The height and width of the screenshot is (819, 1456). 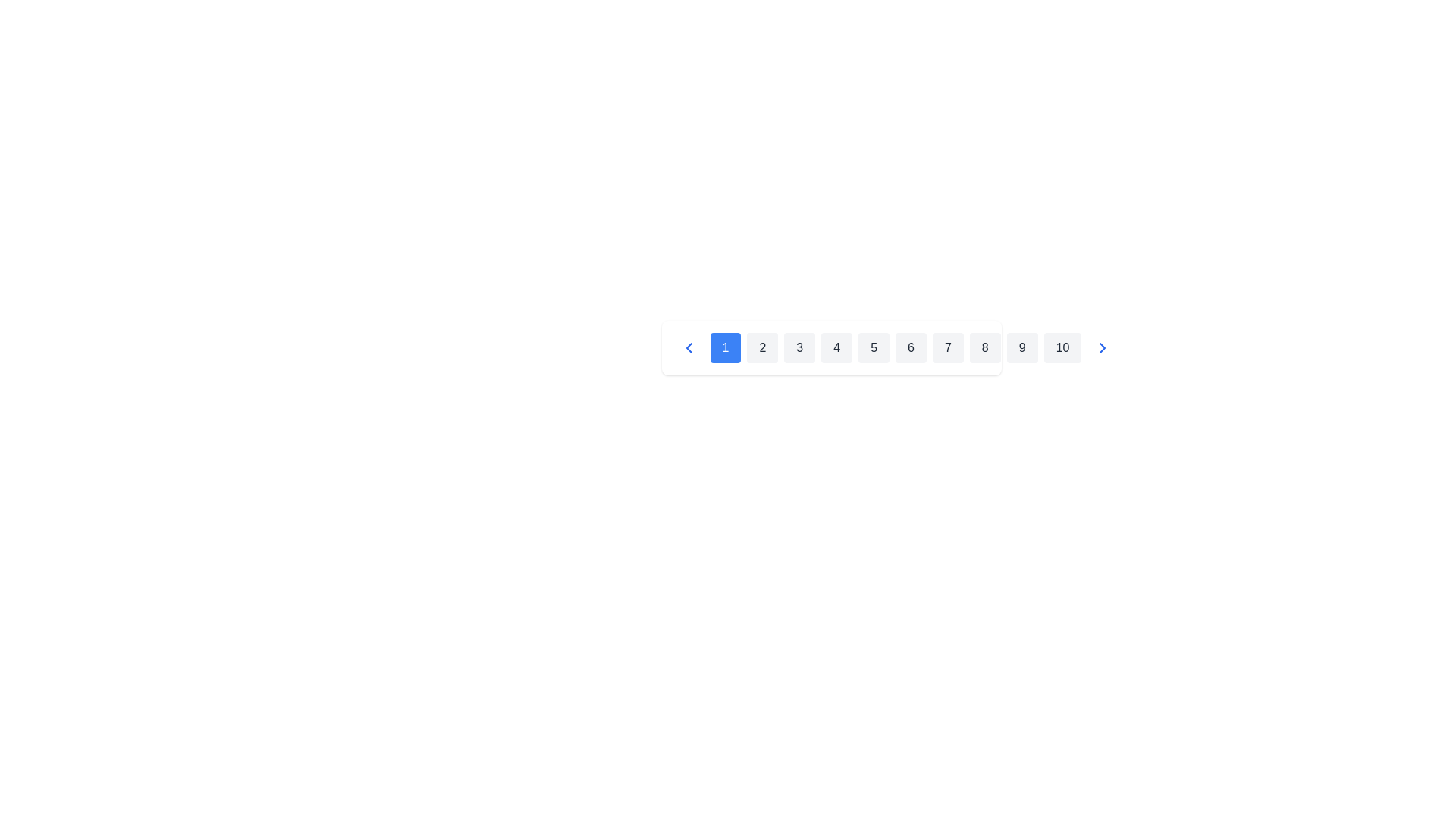 I want to click on the rounded rectangular button labeled '10', so click(x=1062, y=348).